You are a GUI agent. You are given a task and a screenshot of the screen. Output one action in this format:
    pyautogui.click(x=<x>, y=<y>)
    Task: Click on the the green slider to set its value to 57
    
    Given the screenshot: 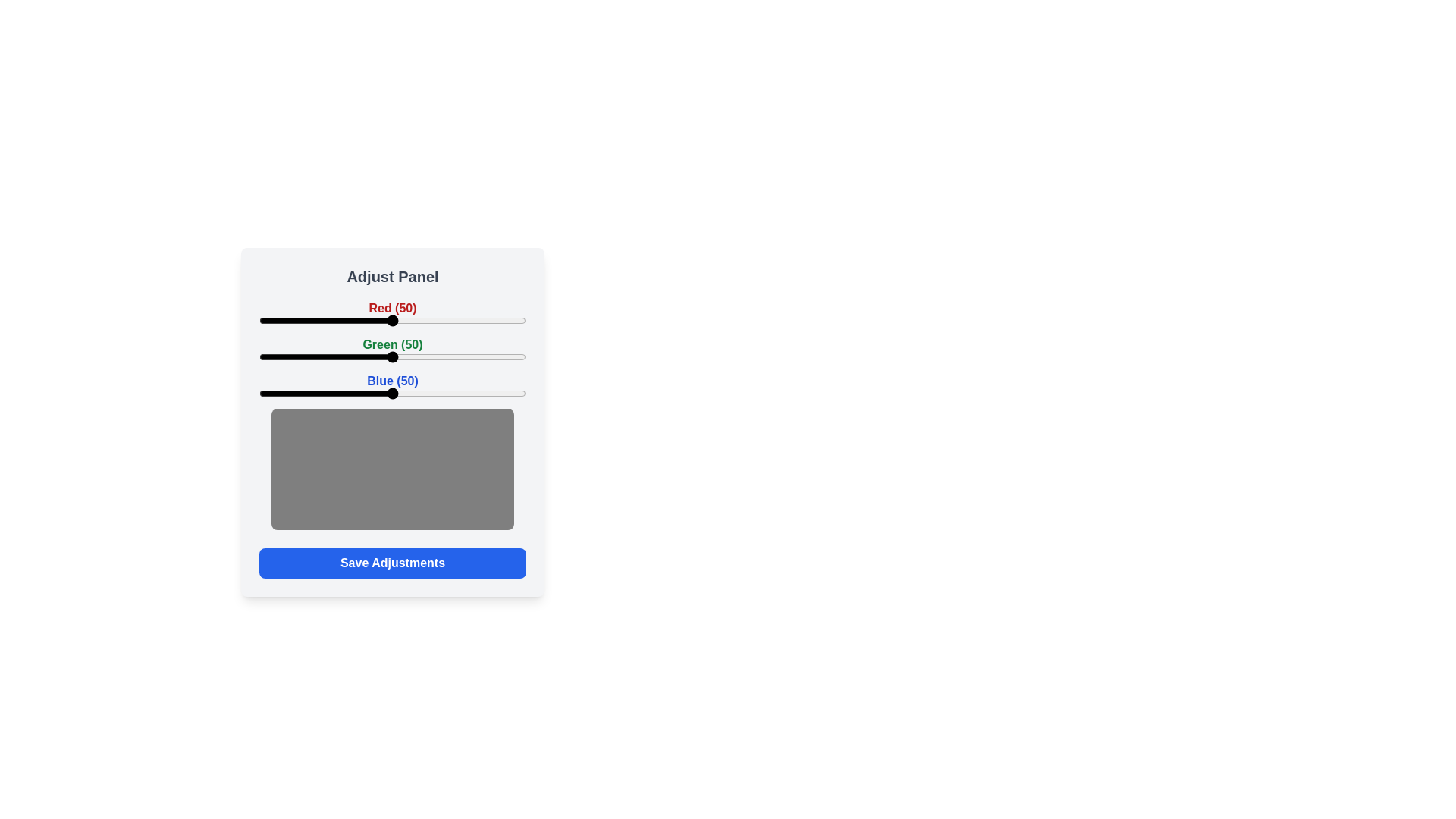 What is the action you would take?
    pyautogui.click(x=411, y=356)
    